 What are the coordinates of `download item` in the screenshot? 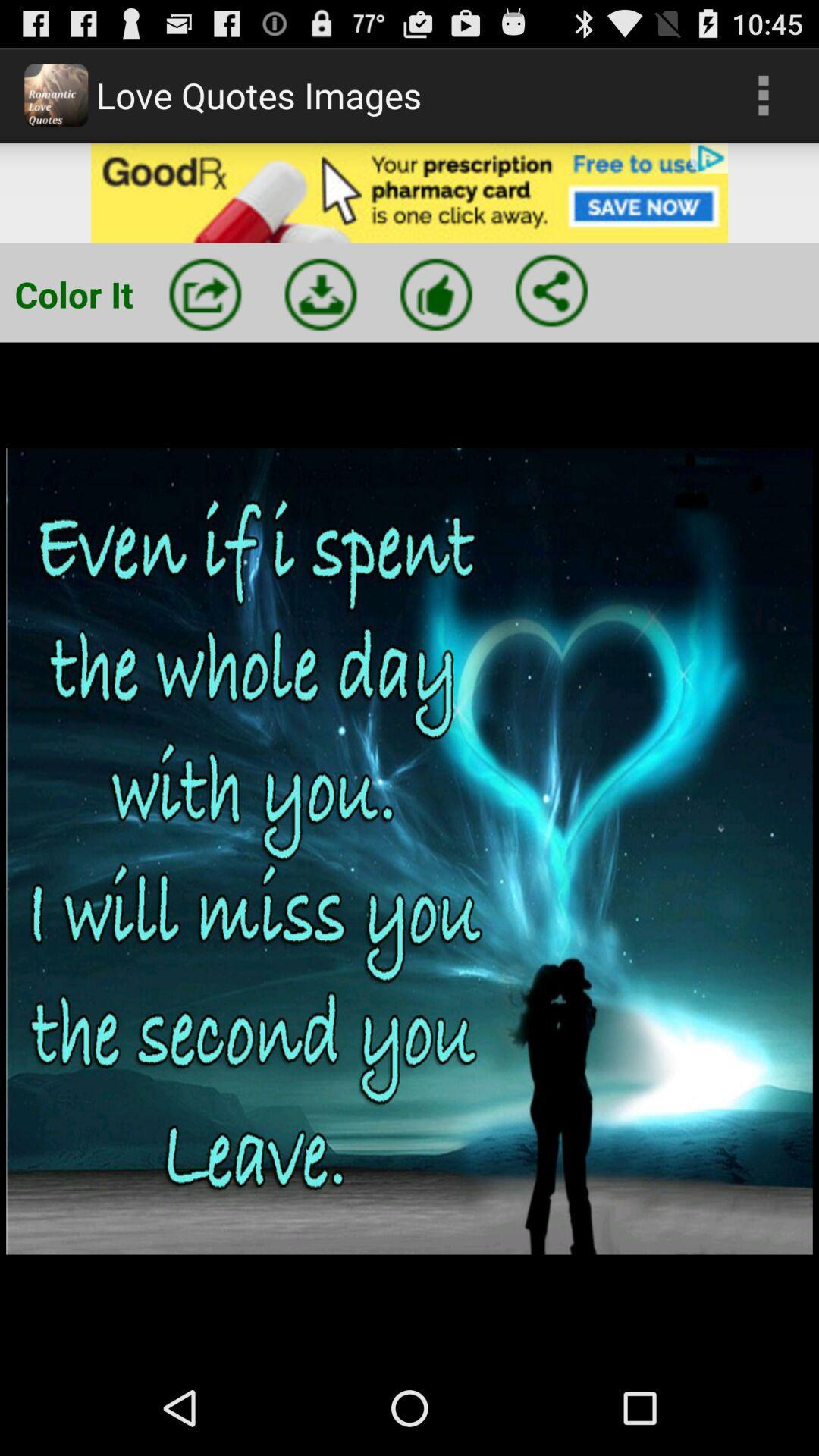 It's located at (320, 294).